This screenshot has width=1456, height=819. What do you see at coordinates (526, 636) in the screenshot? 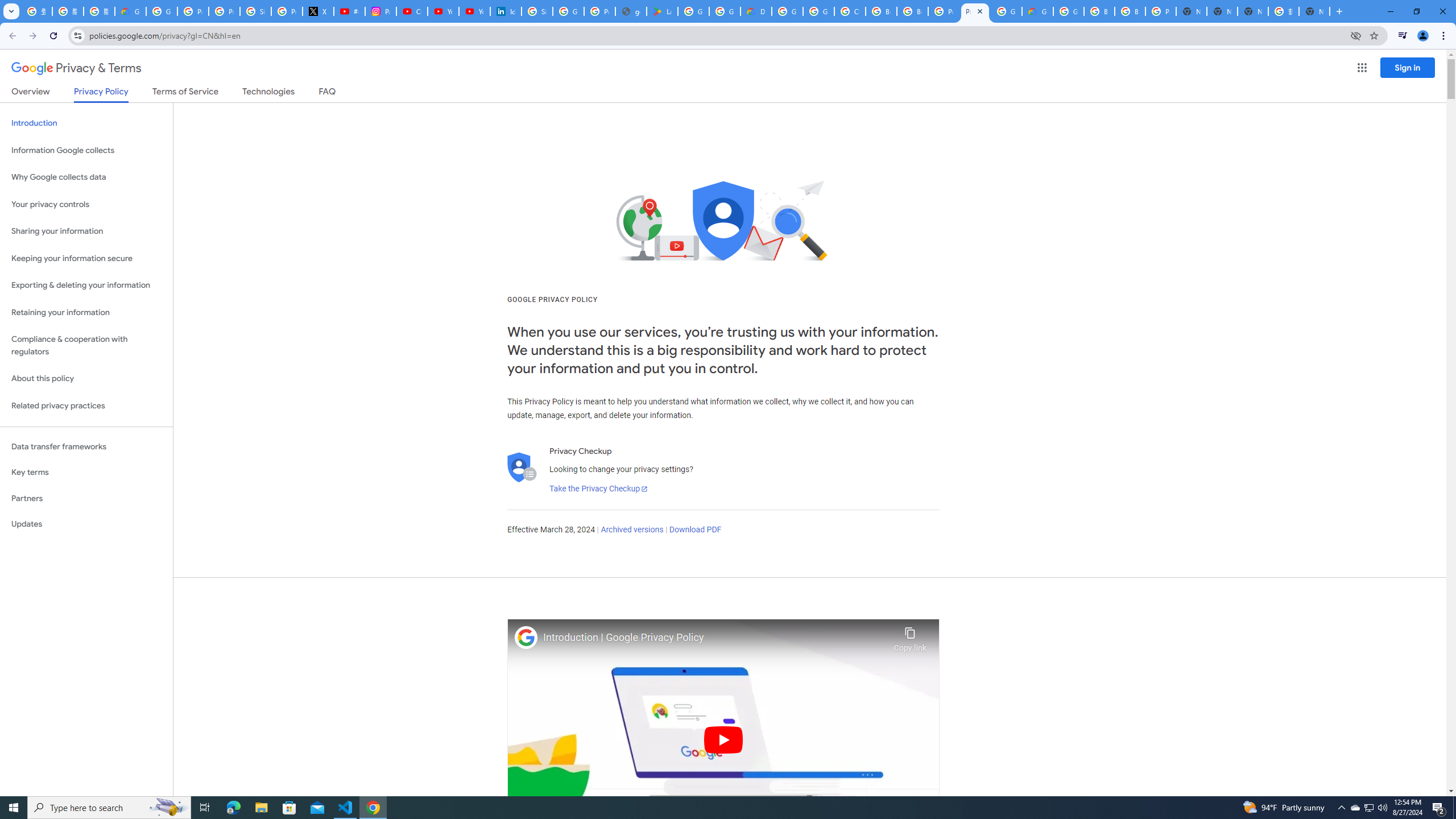
I see `'Photo image of Google'` at bounding box center [526, 636].